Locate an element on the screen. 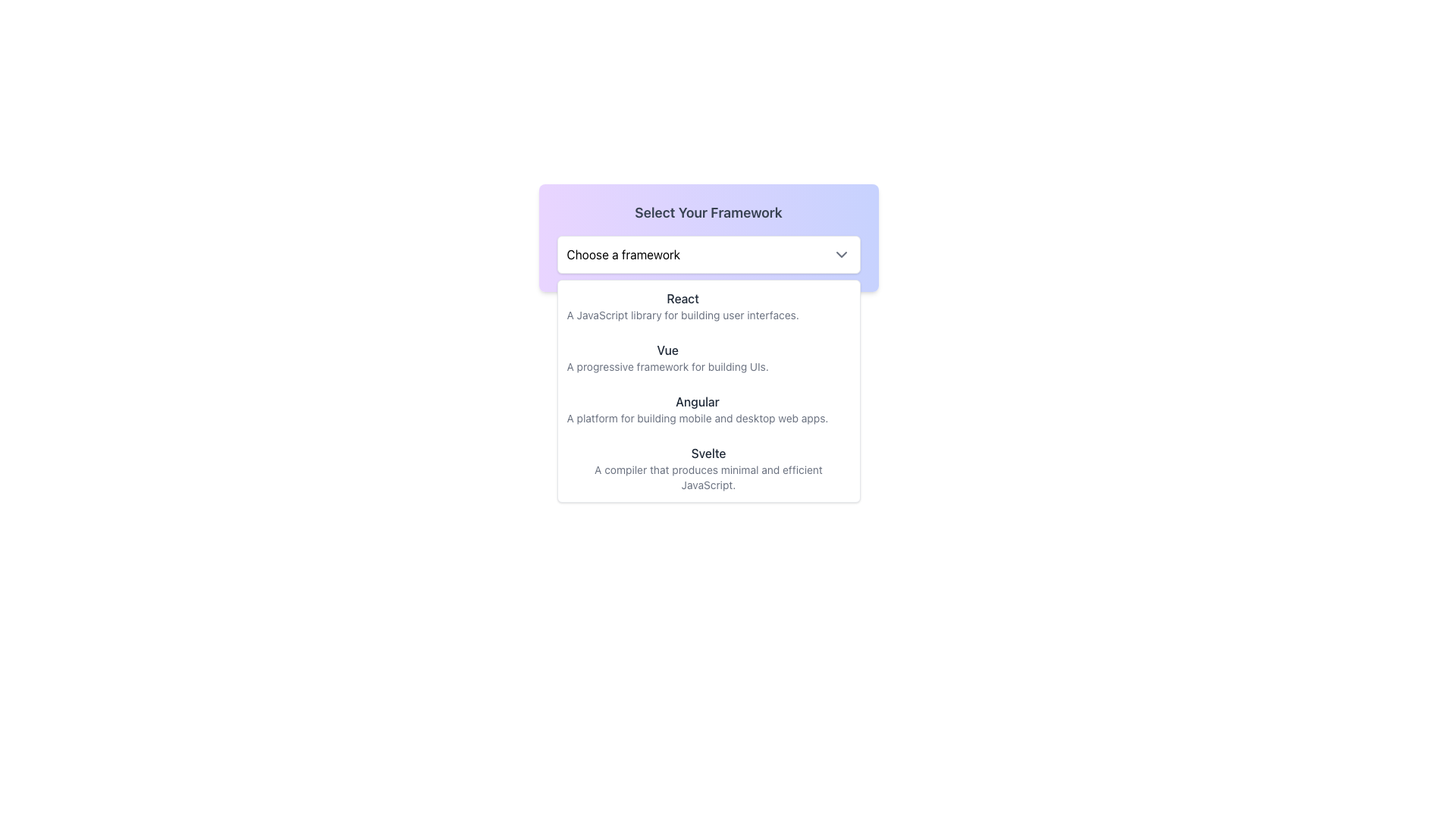 Image resolution: width=1456 pixels, height=819 pixels. the fourth entry in the dropdown menu that displays 'Svelte' as the bold text and 'A compiler that produces minimal and efficient JavaScript.' as the subdued description is located at coordinates (708, 467).